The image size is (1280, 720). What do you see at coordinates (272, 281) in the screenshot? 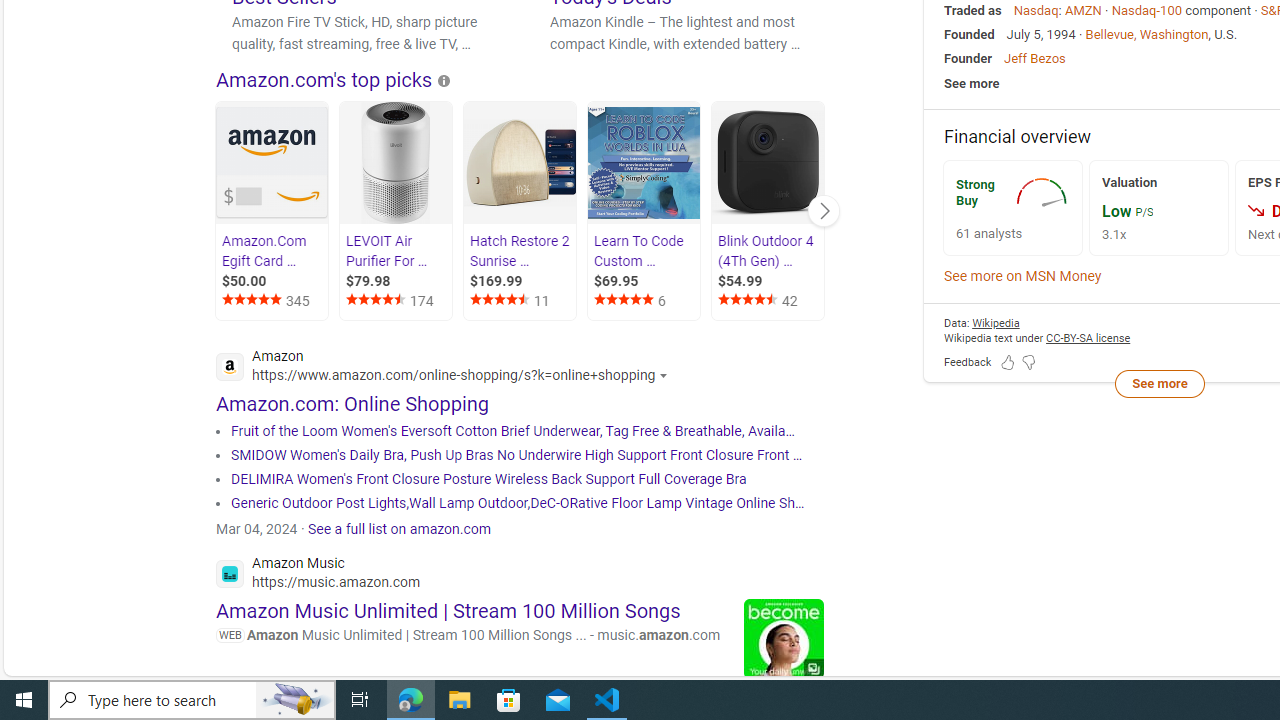
I see `'$50.00'` at bounding box center [272, 281].